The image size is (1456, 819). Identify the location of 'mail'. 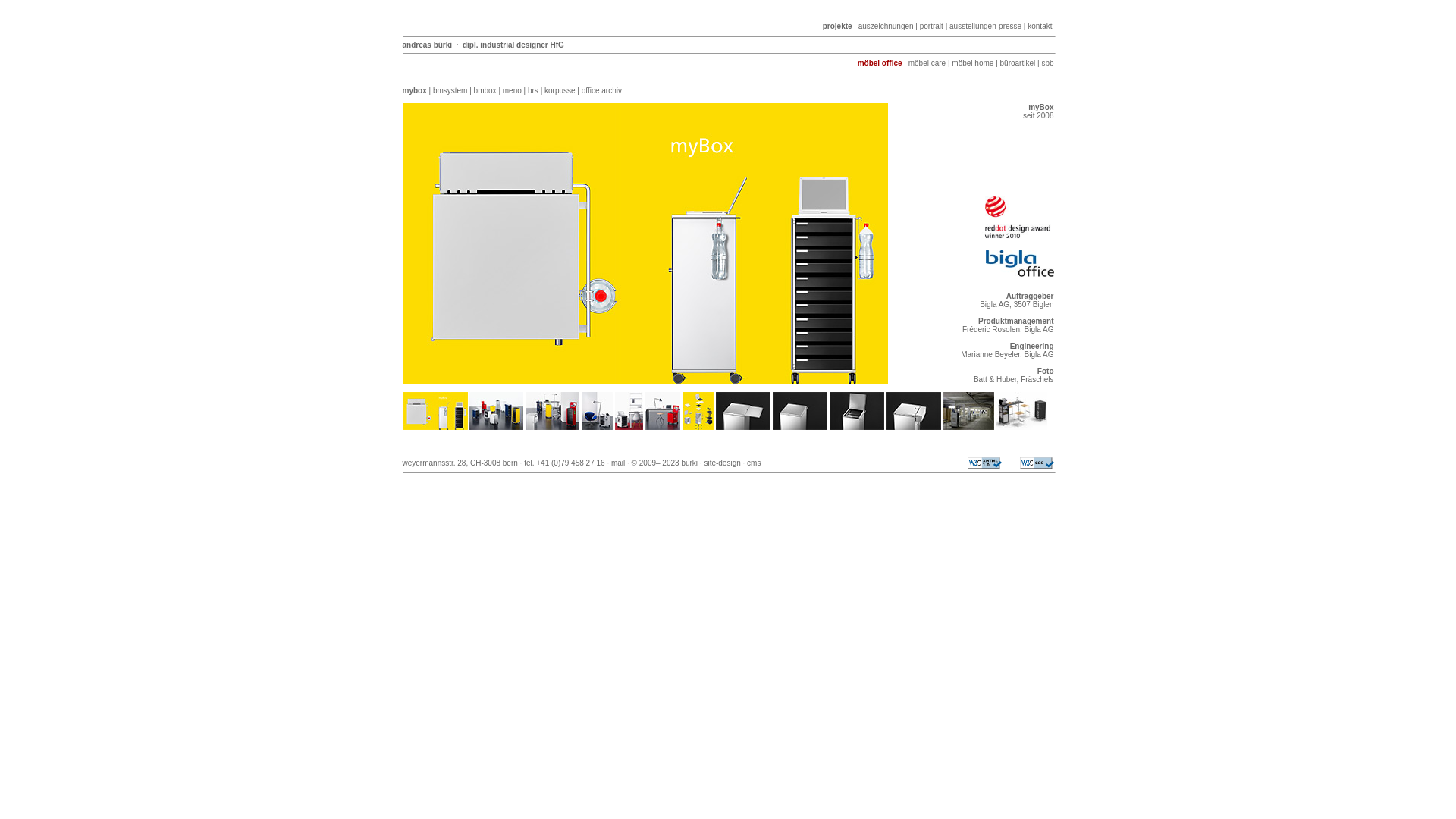
(618, 462).